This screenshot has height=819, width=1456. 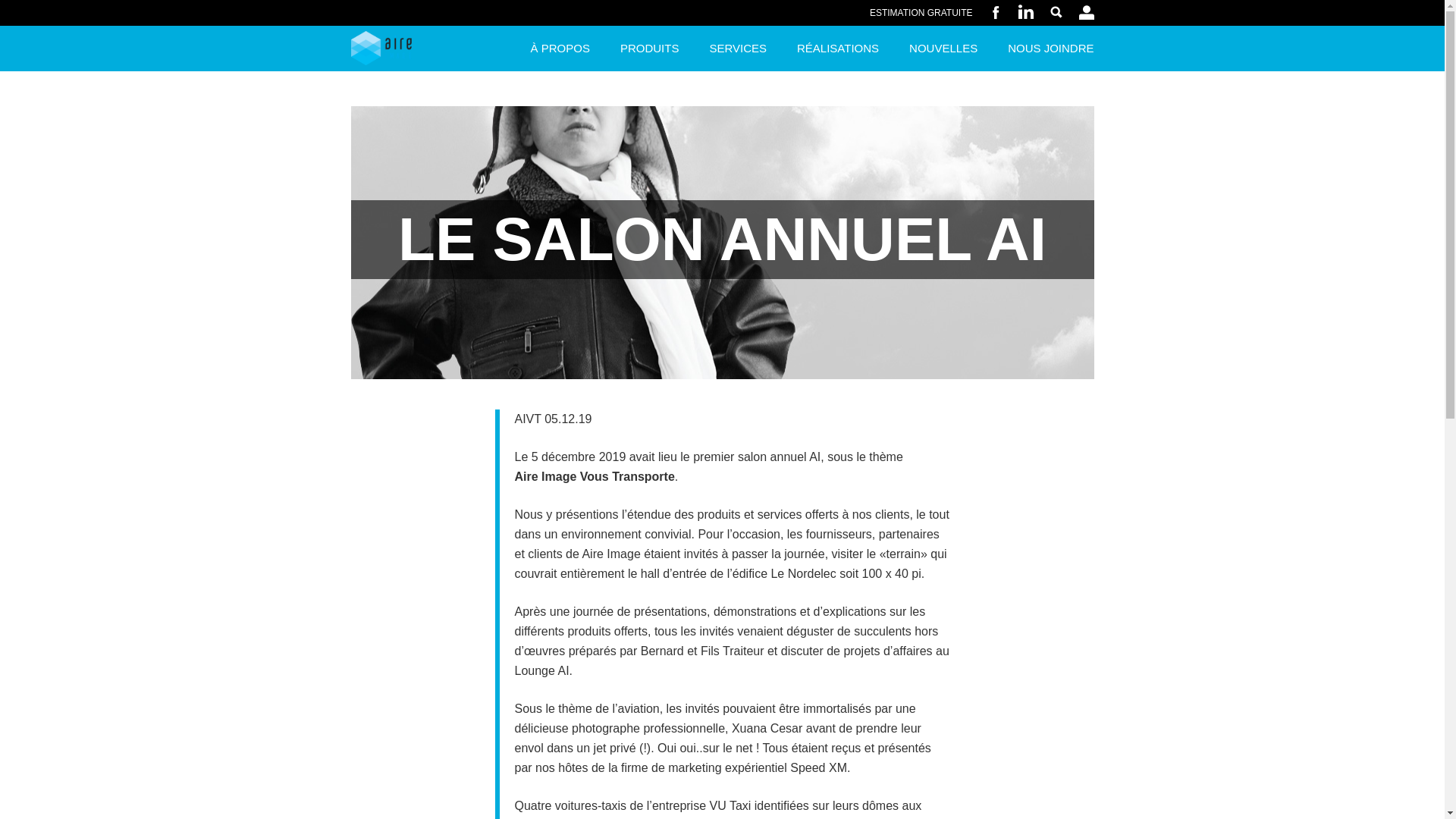 What do you see at coordinates (920, 12) in the screenshot?
I see `'ESTIMATION GRATUITE'` at bounding box center [920, 12].